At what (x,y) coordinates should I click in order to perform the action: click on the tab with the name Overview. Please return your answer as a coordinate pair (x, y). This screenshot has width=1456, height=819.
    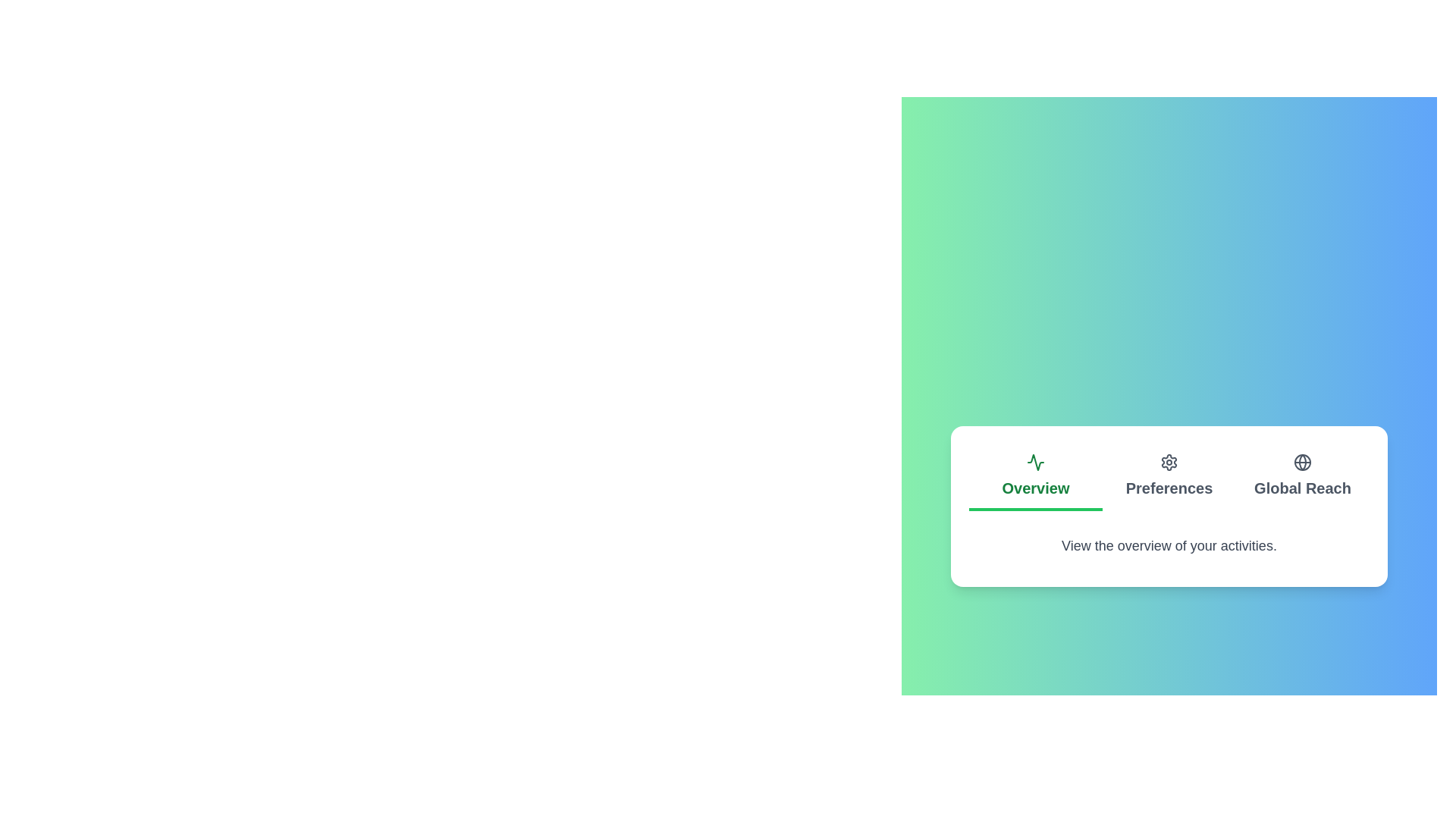
    Looking at the image, I should click on (1035, 476).